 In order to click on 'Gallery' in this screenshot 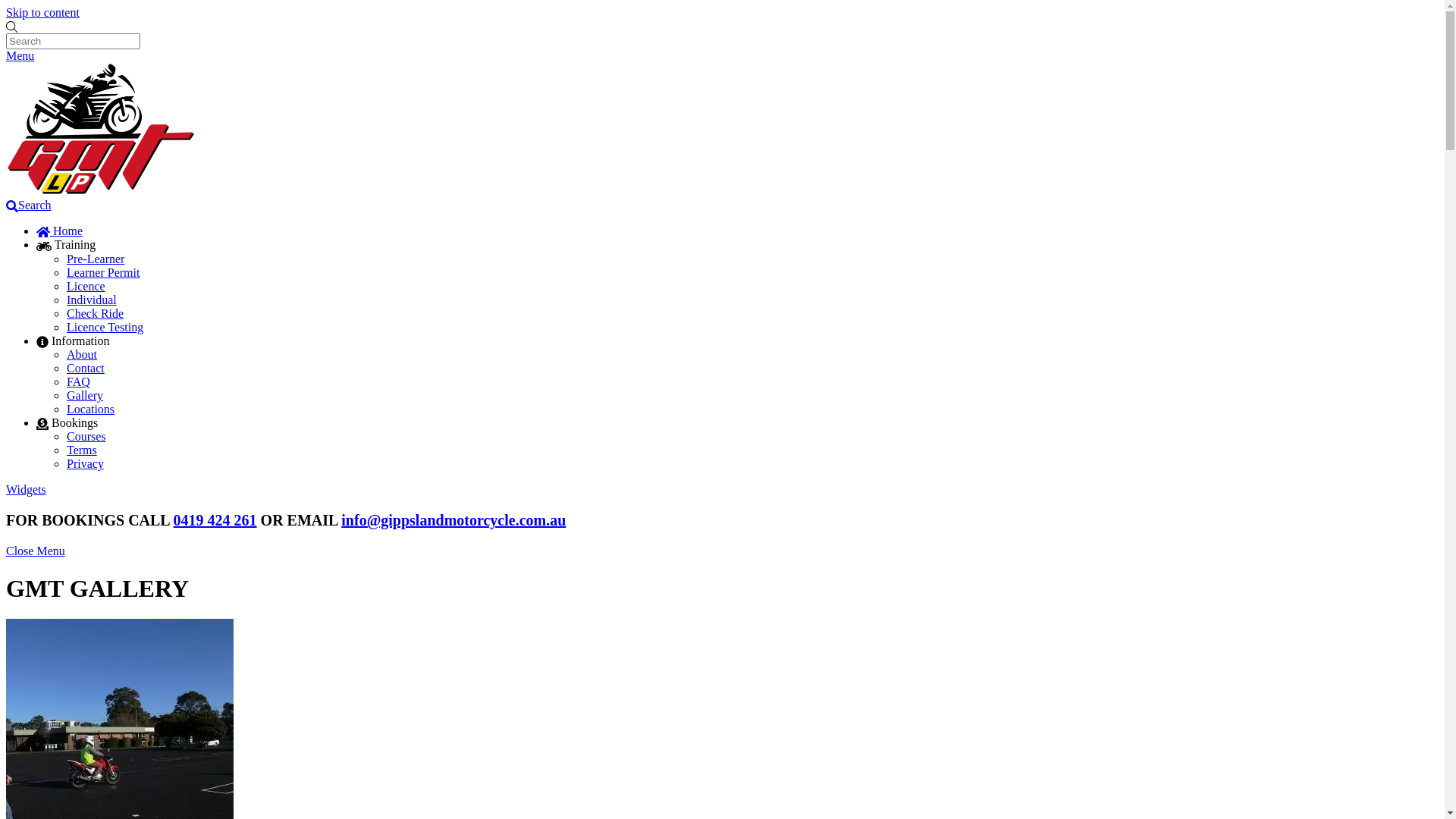, I will do `click(83, 394)`.